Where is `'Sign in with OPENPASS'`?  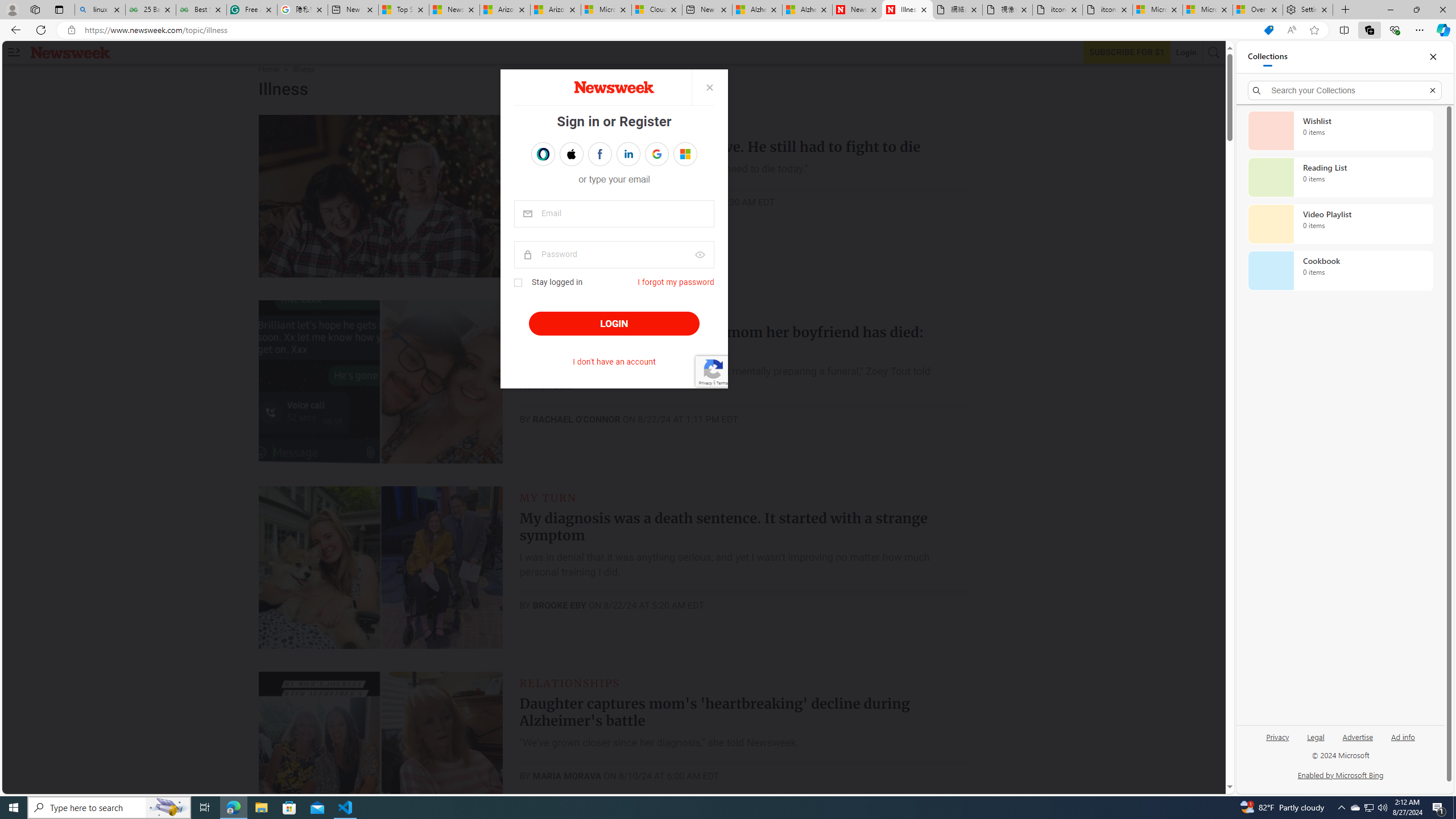 'Sign in with OPENPASS' is located at coordinates (542, 154).